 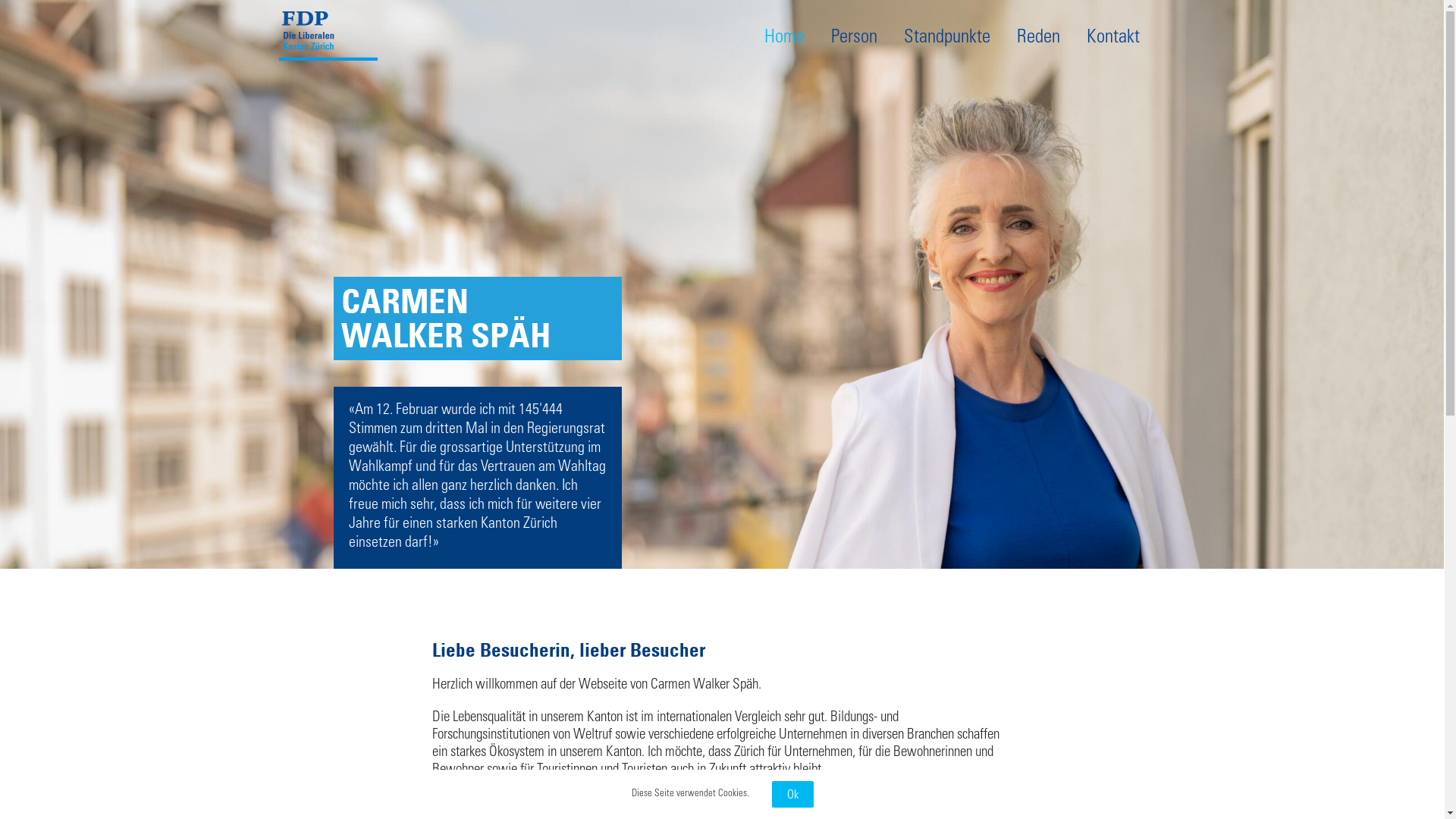 What do you see at coordinates (1037, 37) in the screenshot?
I see `'Reden'` at bounding box center [1037, 37].